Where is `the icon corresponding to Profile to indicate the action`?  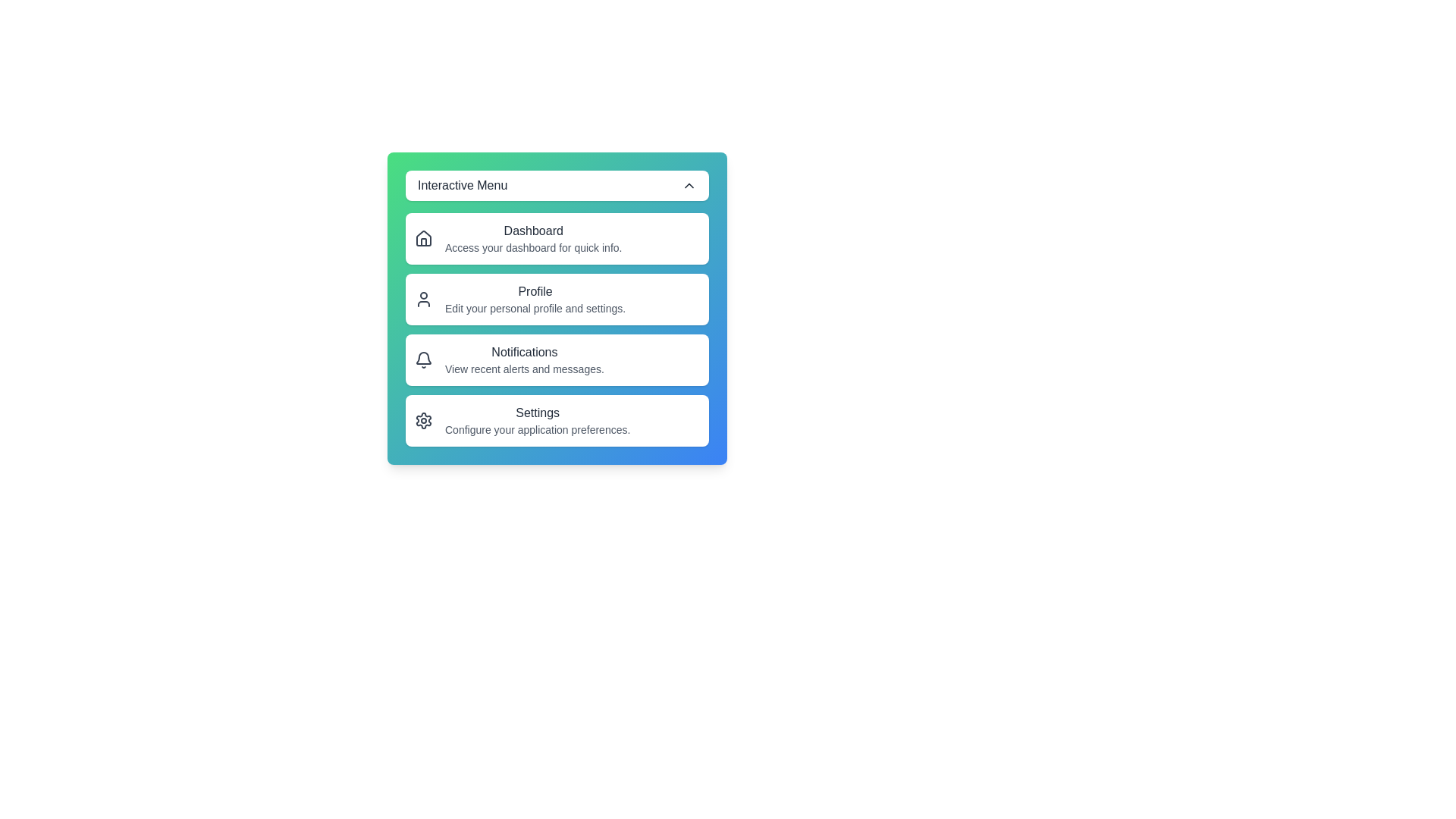
the icon corresponding to Profile to indicate the action is located at coordinates (423, 299).